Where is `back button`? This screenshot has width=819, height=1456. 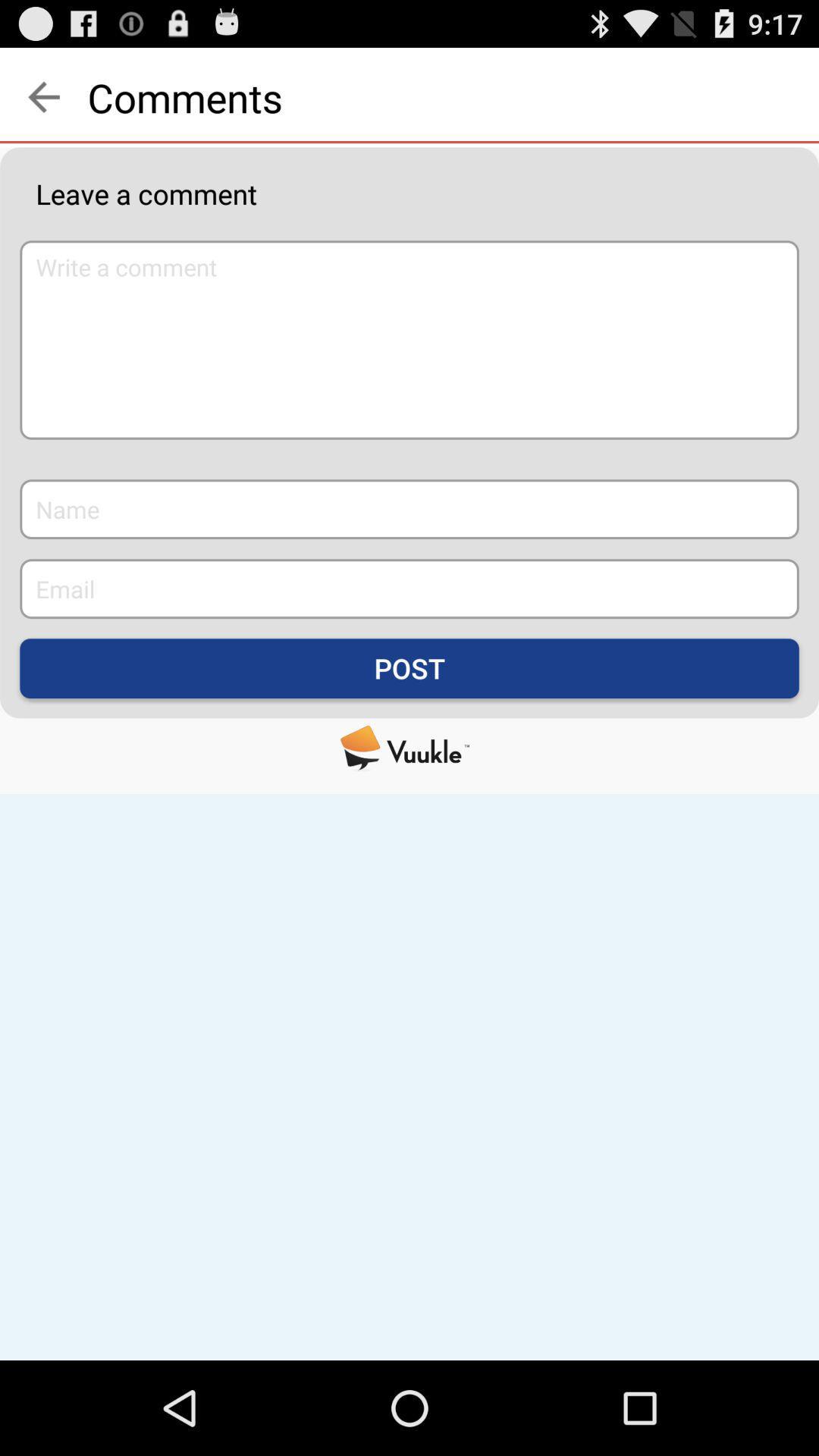
back button is located at coordinates (42, 96).